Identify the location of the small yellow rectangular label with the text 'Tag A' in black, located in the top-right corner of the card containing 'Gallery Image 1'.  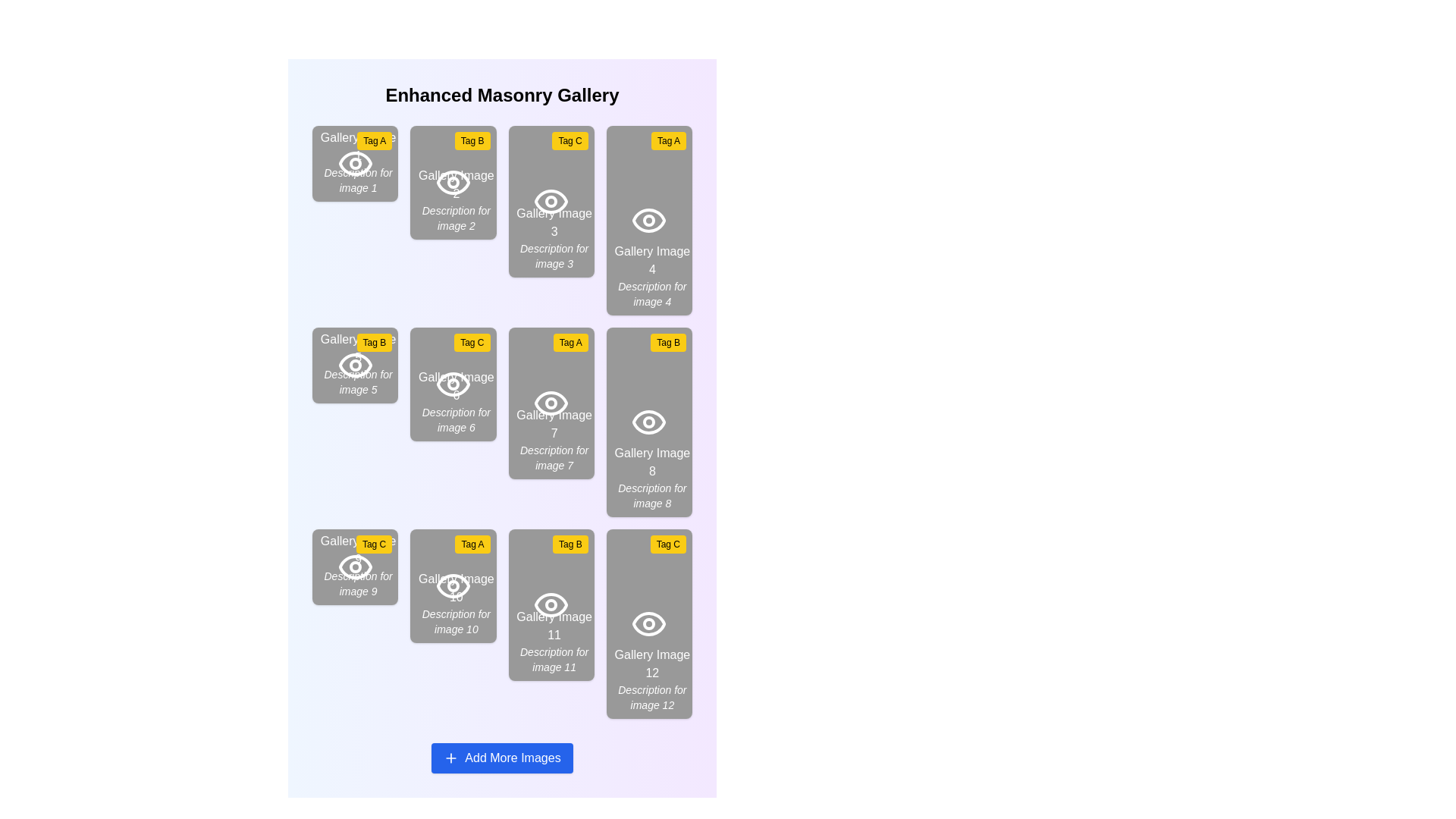
(375, 140).